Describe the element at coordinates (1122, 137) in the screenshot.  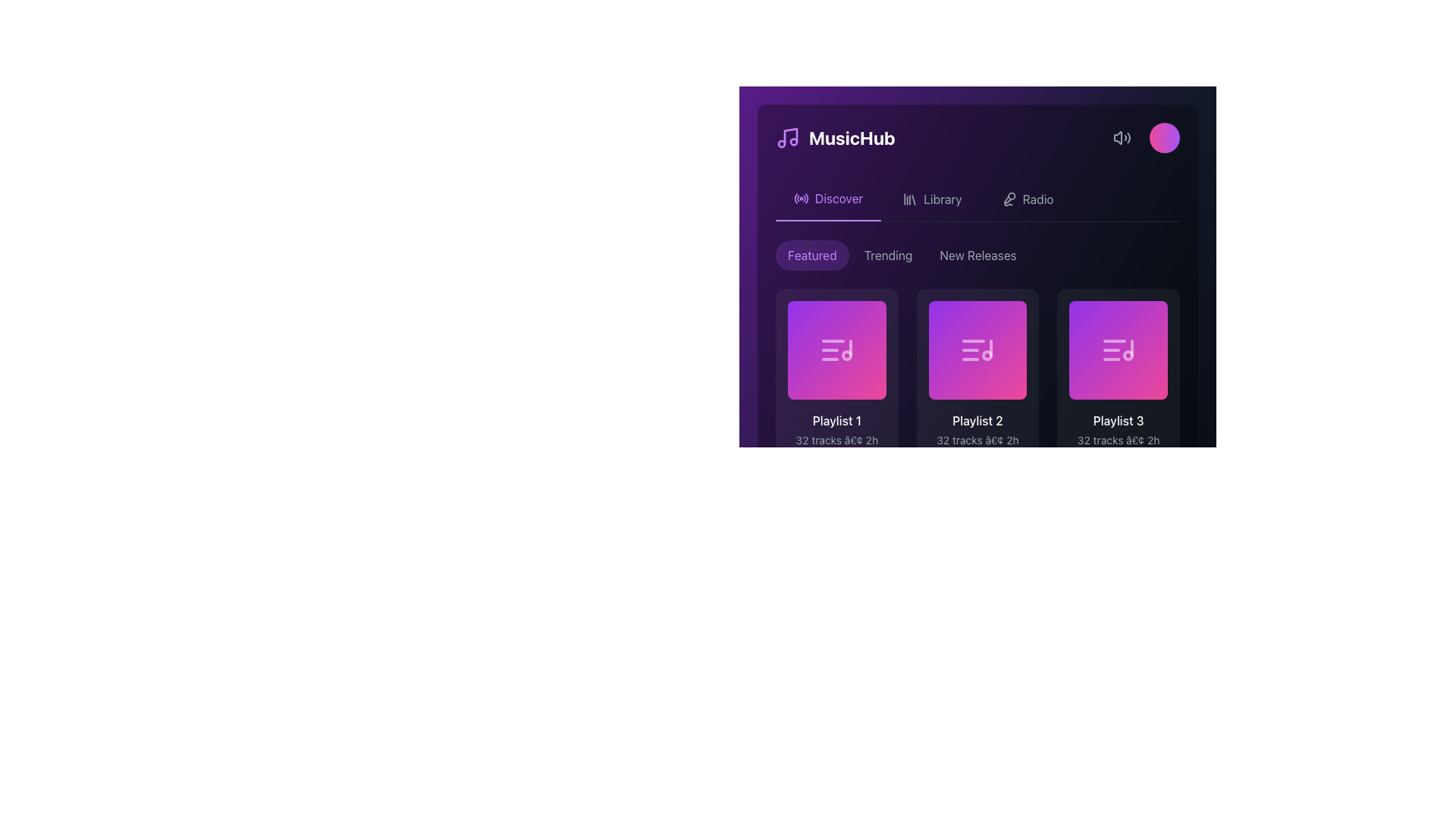
I see `the volume control icon located in the top-right corner of the interface, which serves as an interactive control for muting, unmuting, or adjusting sound settings` at that location.